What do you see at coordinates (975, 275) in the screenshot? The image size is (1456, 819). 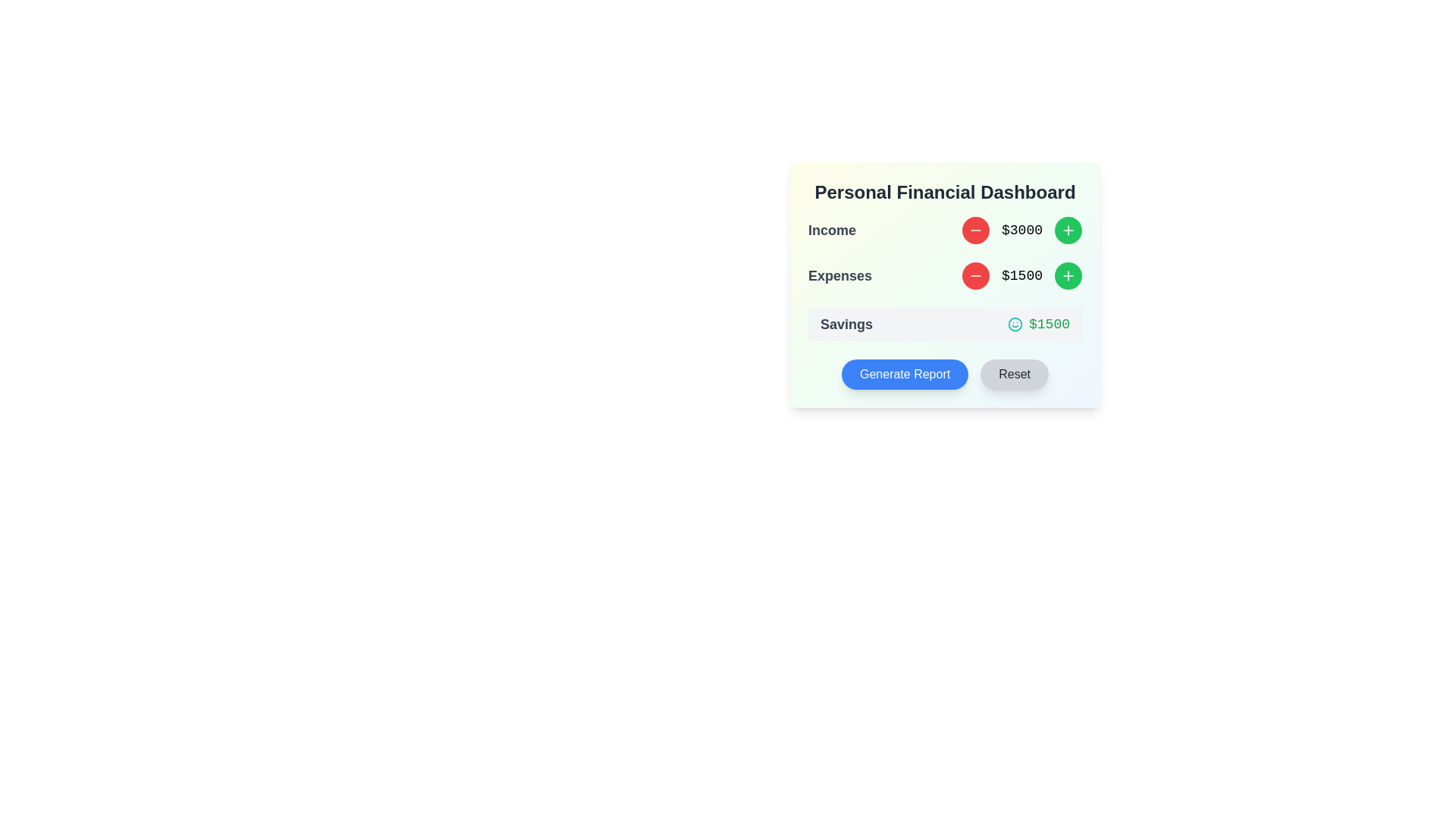 I see `the decrement action button in the 'Expenses' section` at bounding box center [975, 275].